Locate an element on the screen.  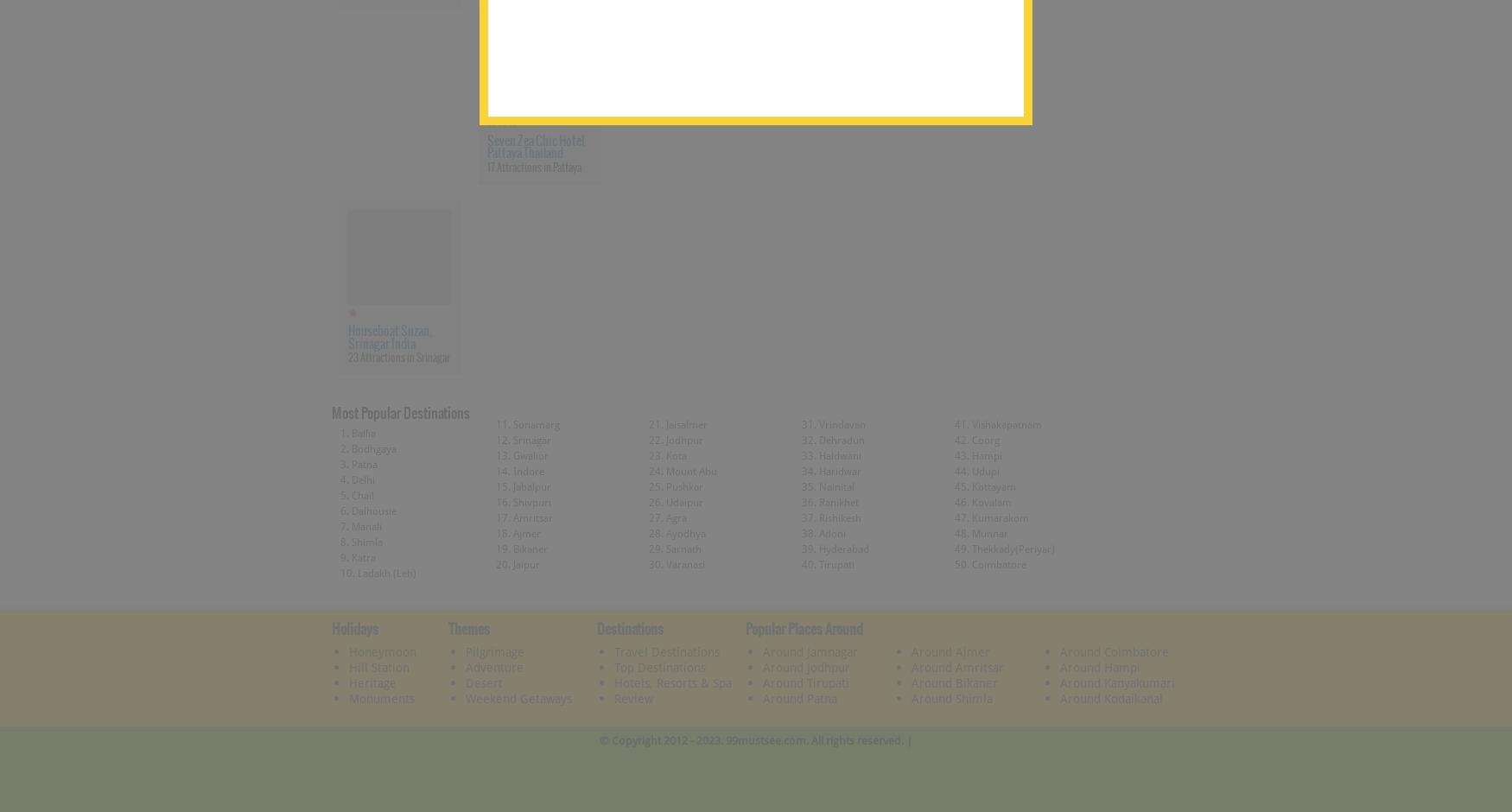
'Bodhgaya' is located at coordinates (372, 448).